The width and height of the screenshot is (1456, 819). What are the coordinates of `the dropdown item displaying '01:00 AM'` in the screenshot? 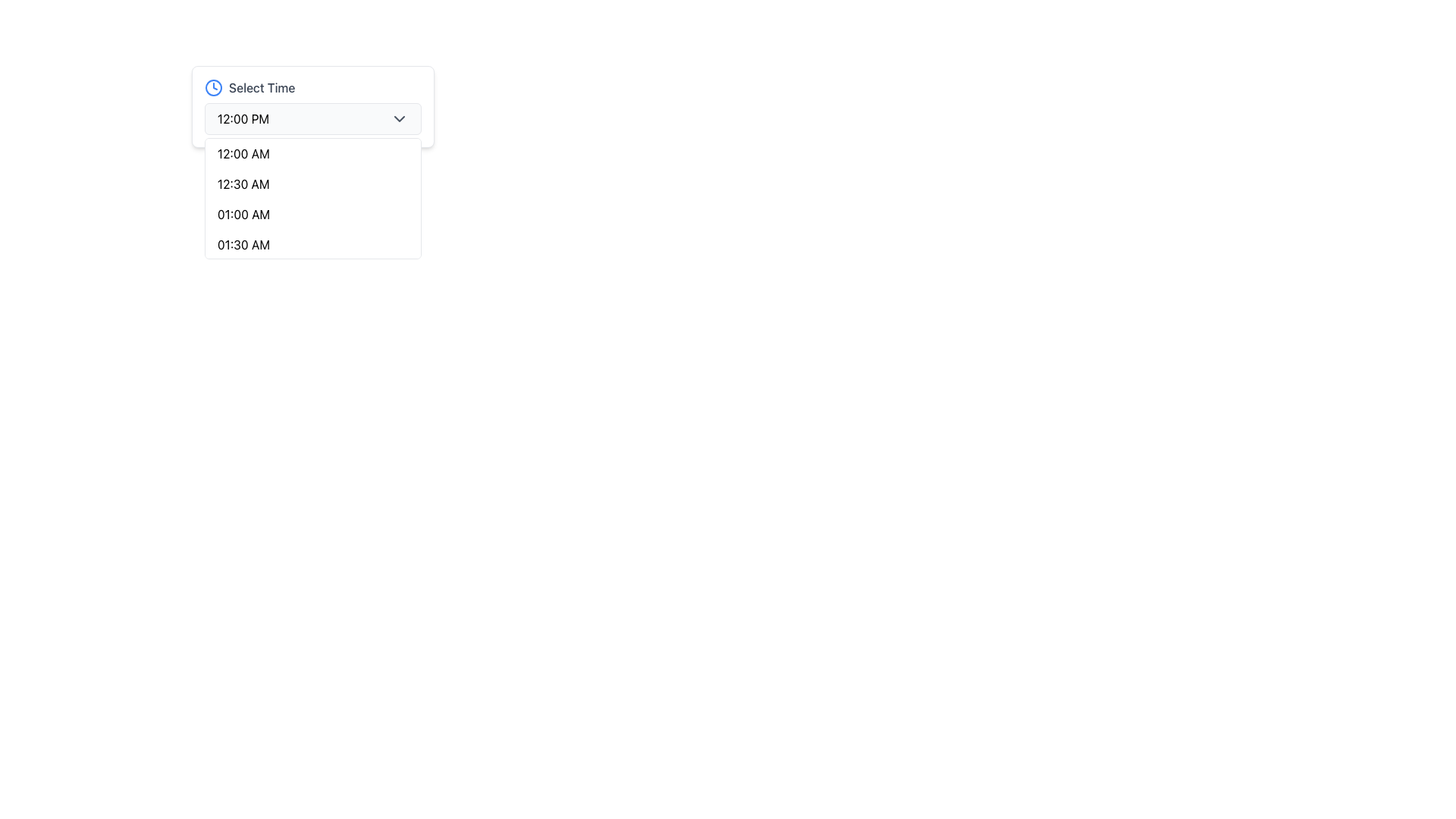 It's located at (312, 214).